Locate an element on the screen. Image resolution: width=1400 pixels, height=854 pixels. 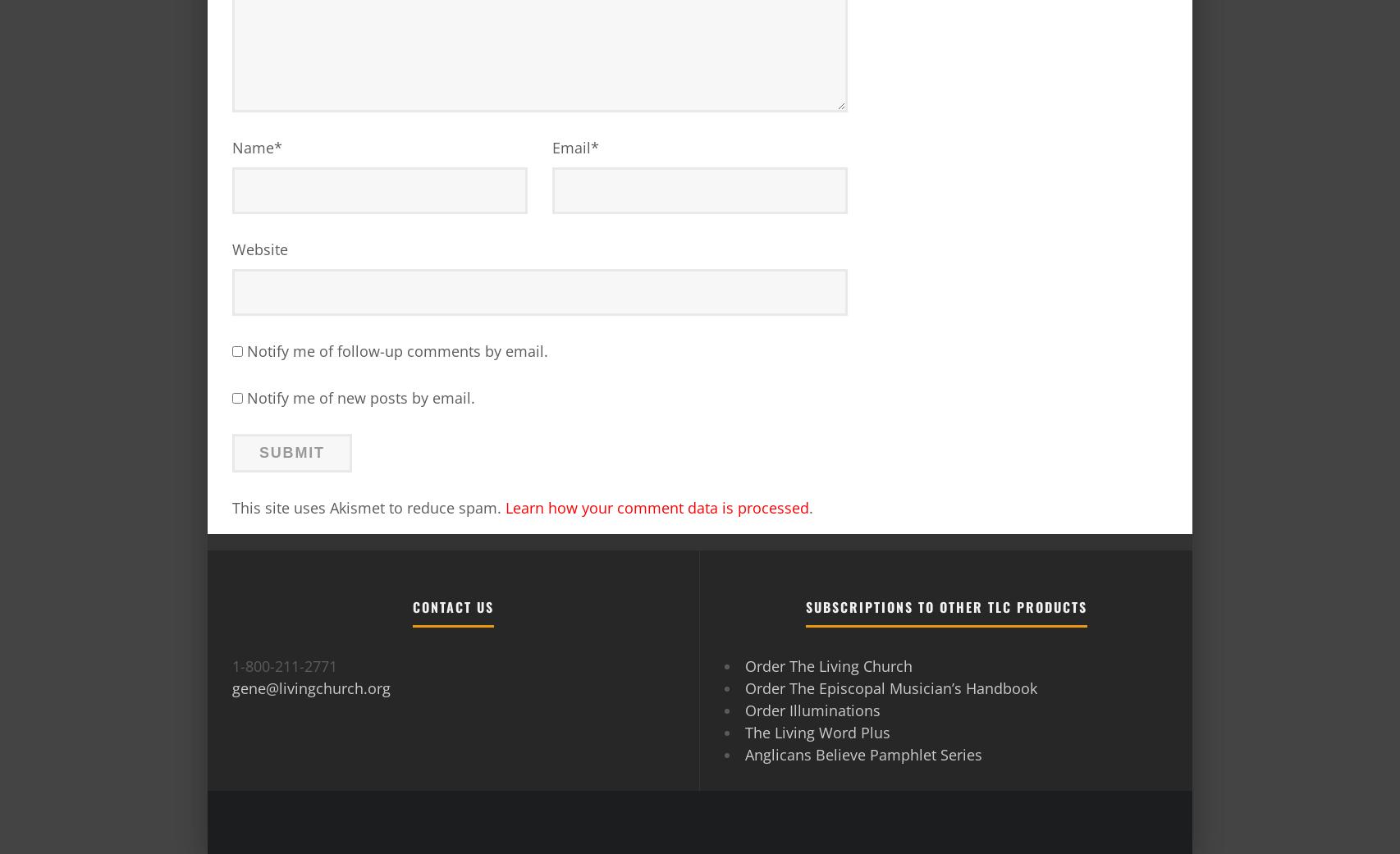
'Learn how your comment data is processed' is located at coordinates (656, 507).